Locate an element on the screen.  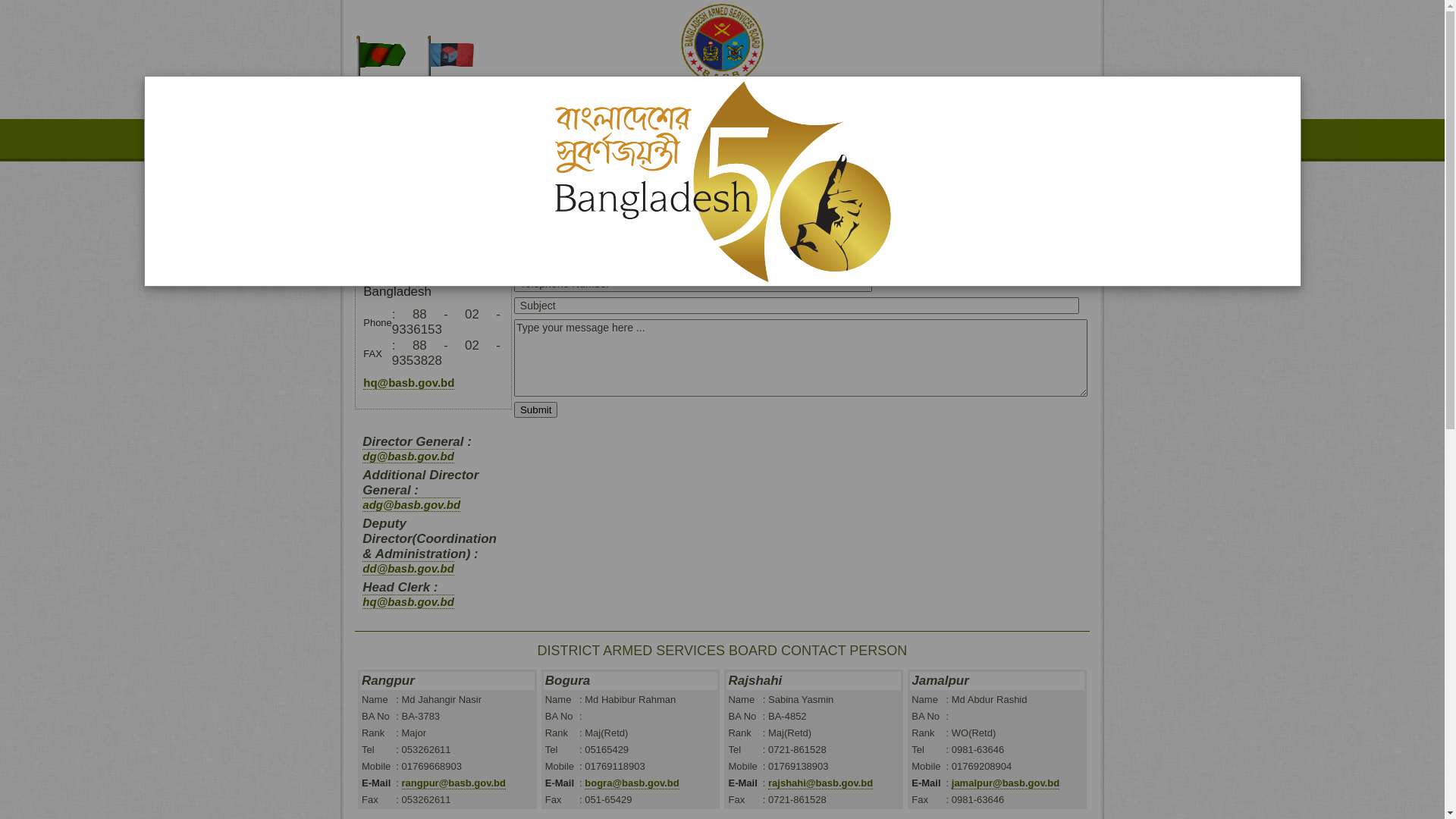
'DISTRICT ARMED SERVICES BOARD CONTACT PERSON' is located at coordinates (722, 649).